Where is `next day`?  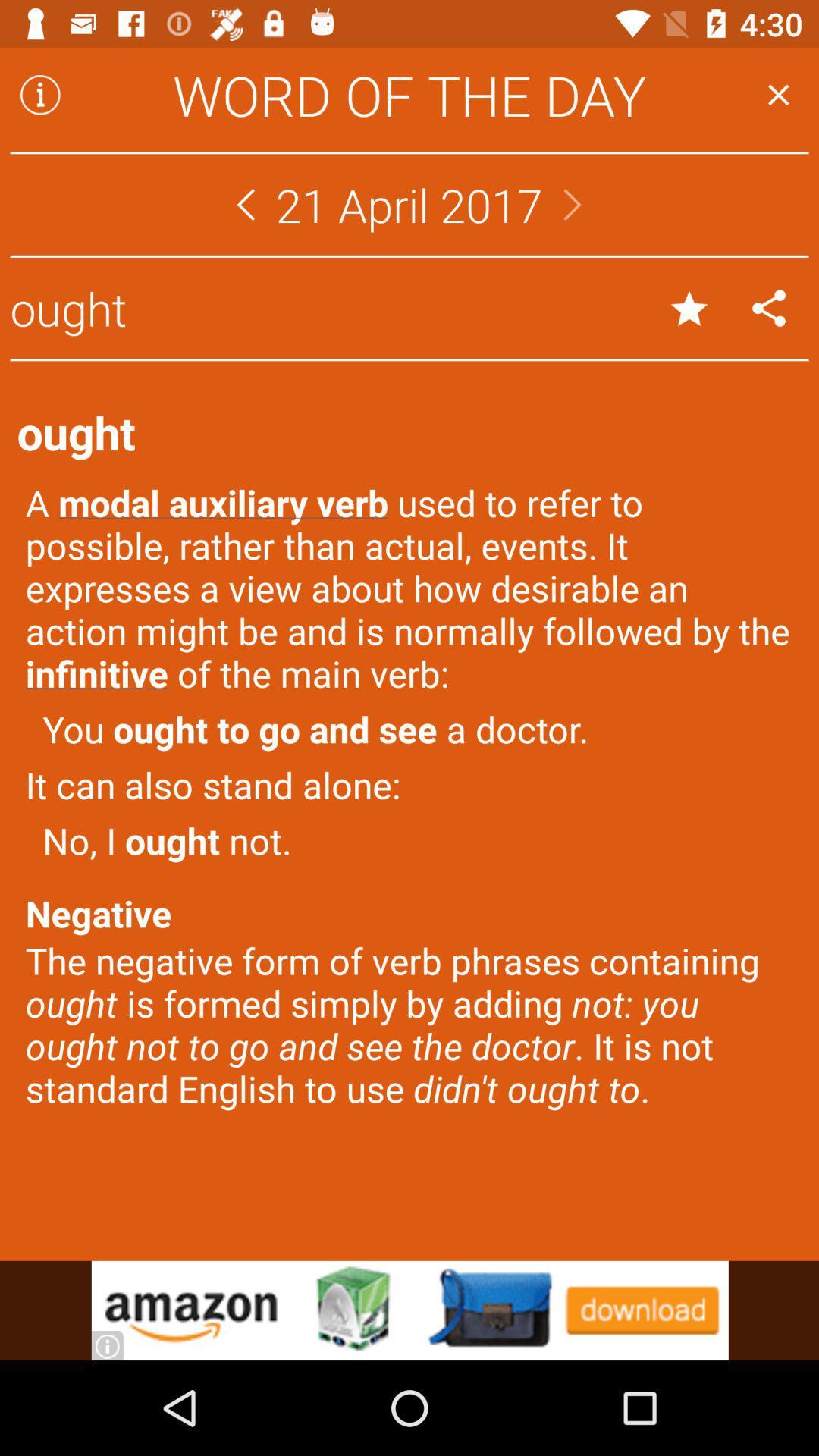
next day is located at coordinates (573, 203).